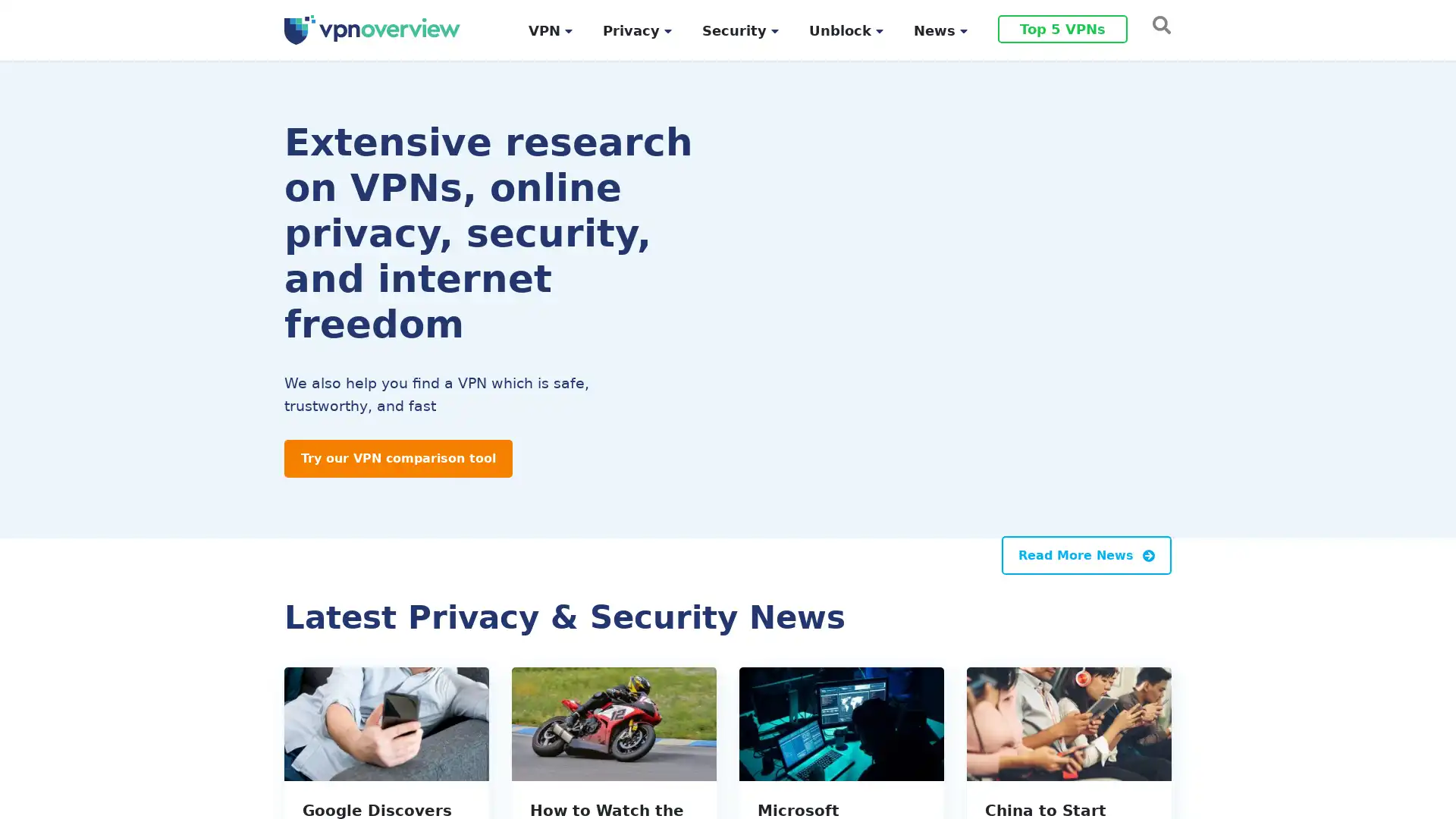  What do you see at coordinates (1156, 24) in the screenshot?
I see `Search` at bounding box center [1156, 24].